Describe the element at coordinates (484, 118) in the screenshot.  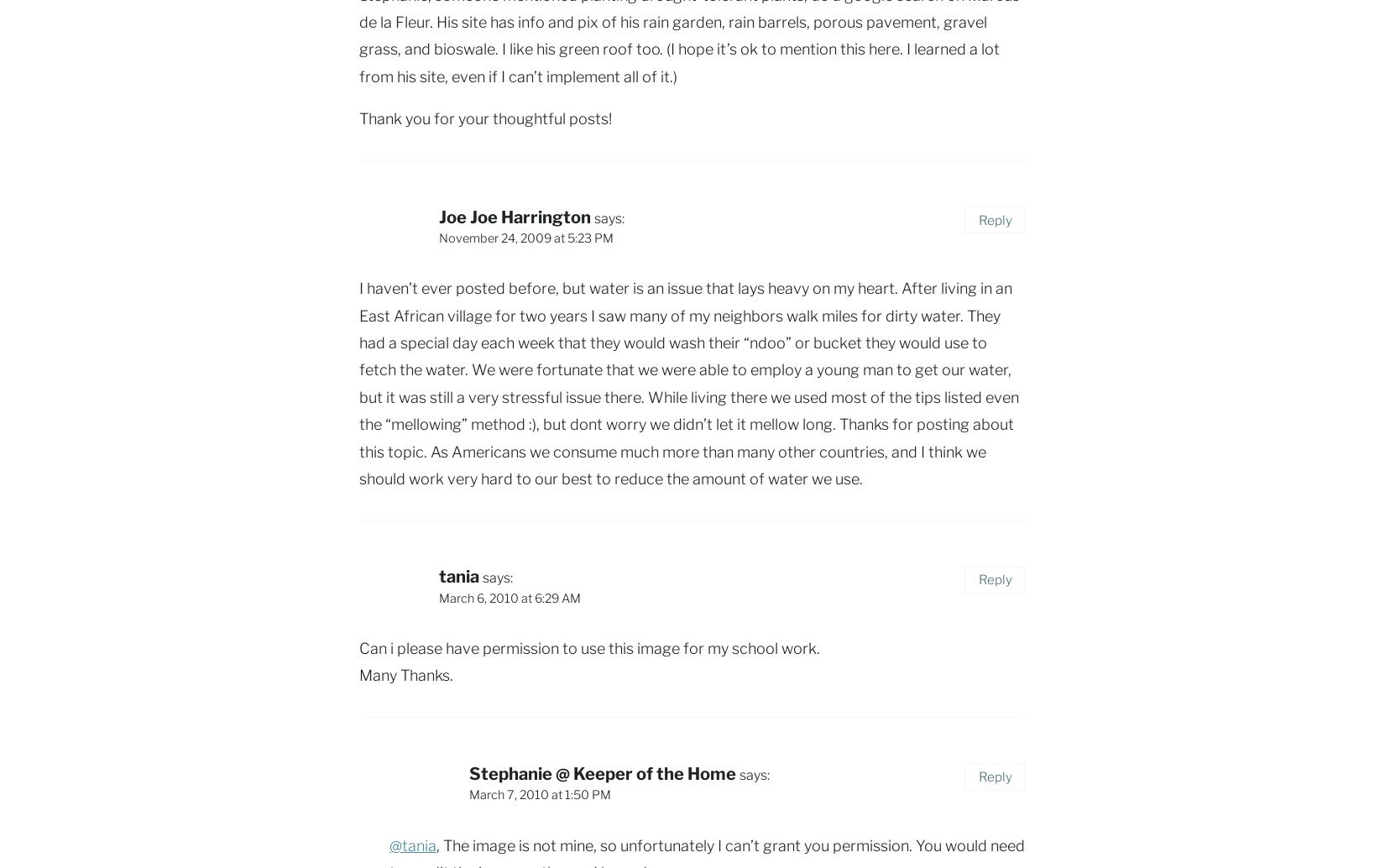
I see `'Thank you for your thoughtful posts!'` at that location.